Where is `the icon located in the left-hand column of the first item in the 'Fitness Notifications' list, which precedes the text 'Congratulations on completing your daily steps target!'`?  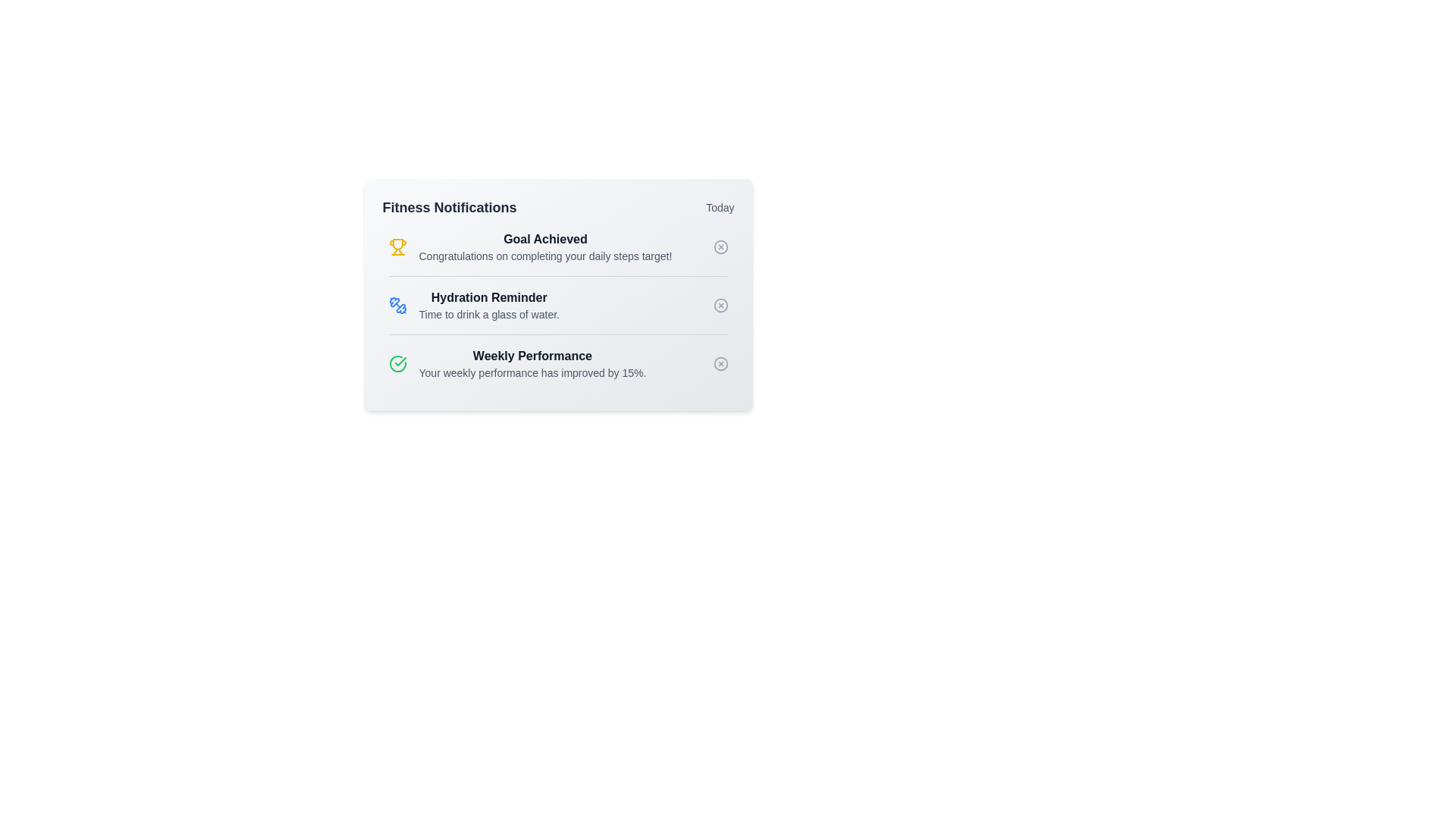 the icon located in the left-hand column of the first item in the 'Fitness Notifications' list, which precedes the text 'Congratulations on completing your daily steps target!' is located at coordinates (397, 243).